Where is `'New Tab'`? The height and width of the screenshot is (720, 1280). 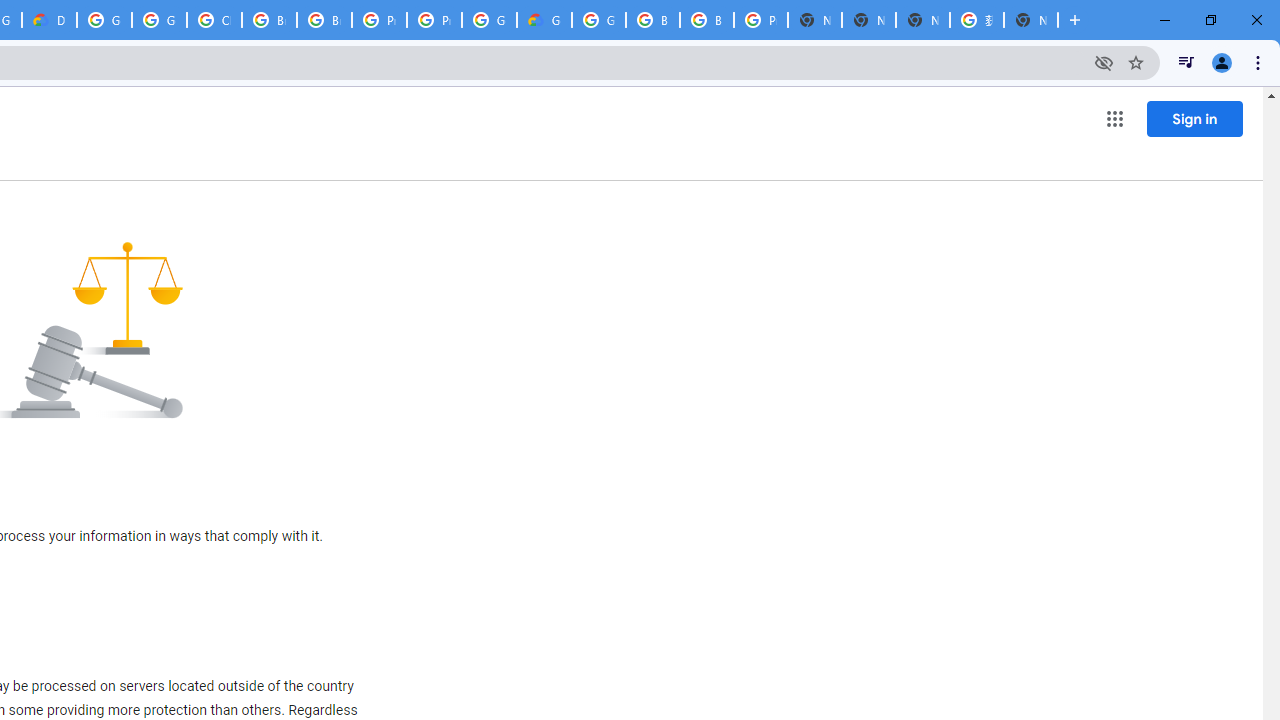
'New Tab' is located at coordinates (1031, 20).